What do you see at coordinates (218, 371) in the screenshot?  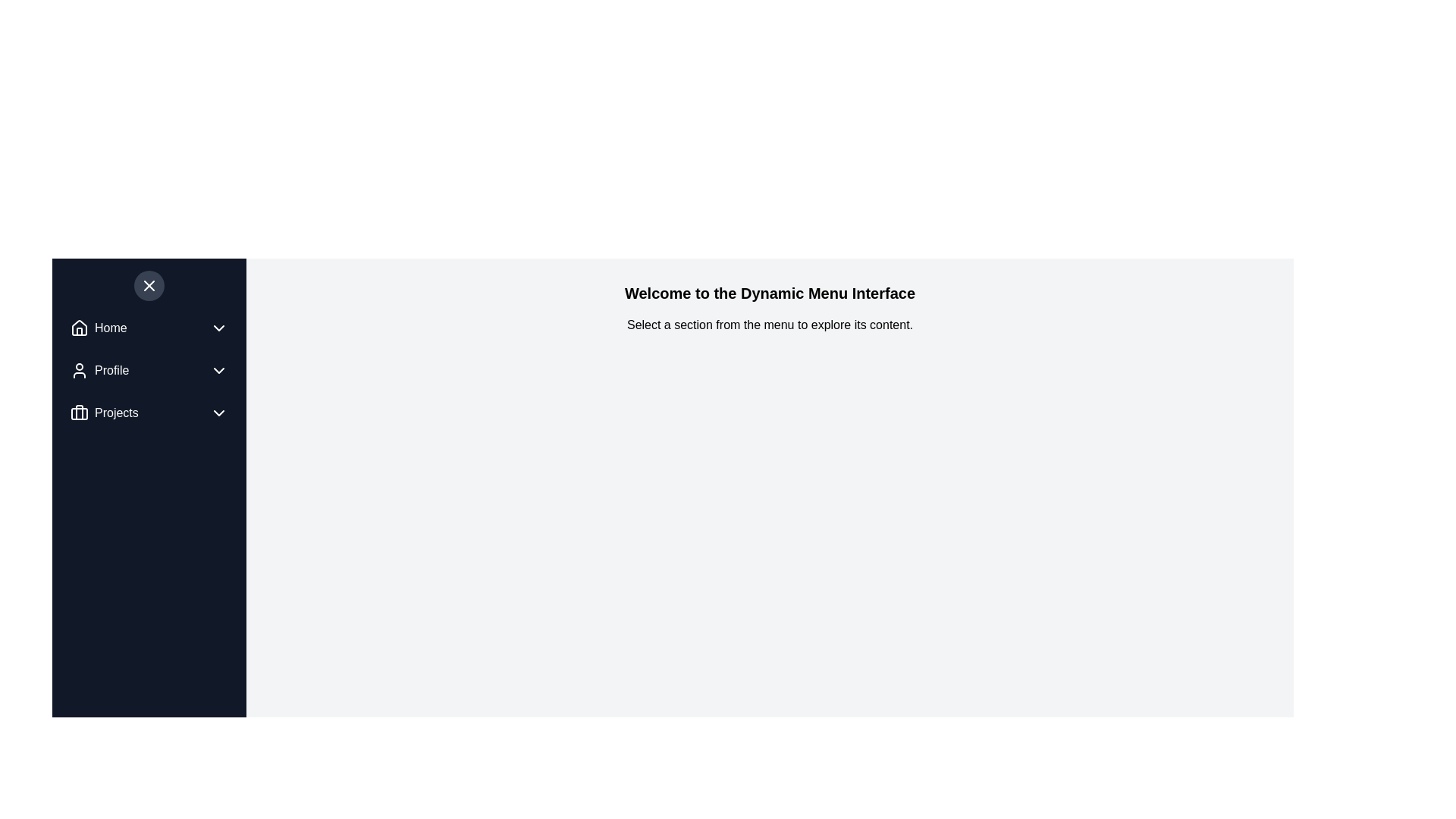 I see `the downward-facing chevron icon located to the right of the 'Profile' label in the vertical navigation bar` at bounding box center [218, 371].